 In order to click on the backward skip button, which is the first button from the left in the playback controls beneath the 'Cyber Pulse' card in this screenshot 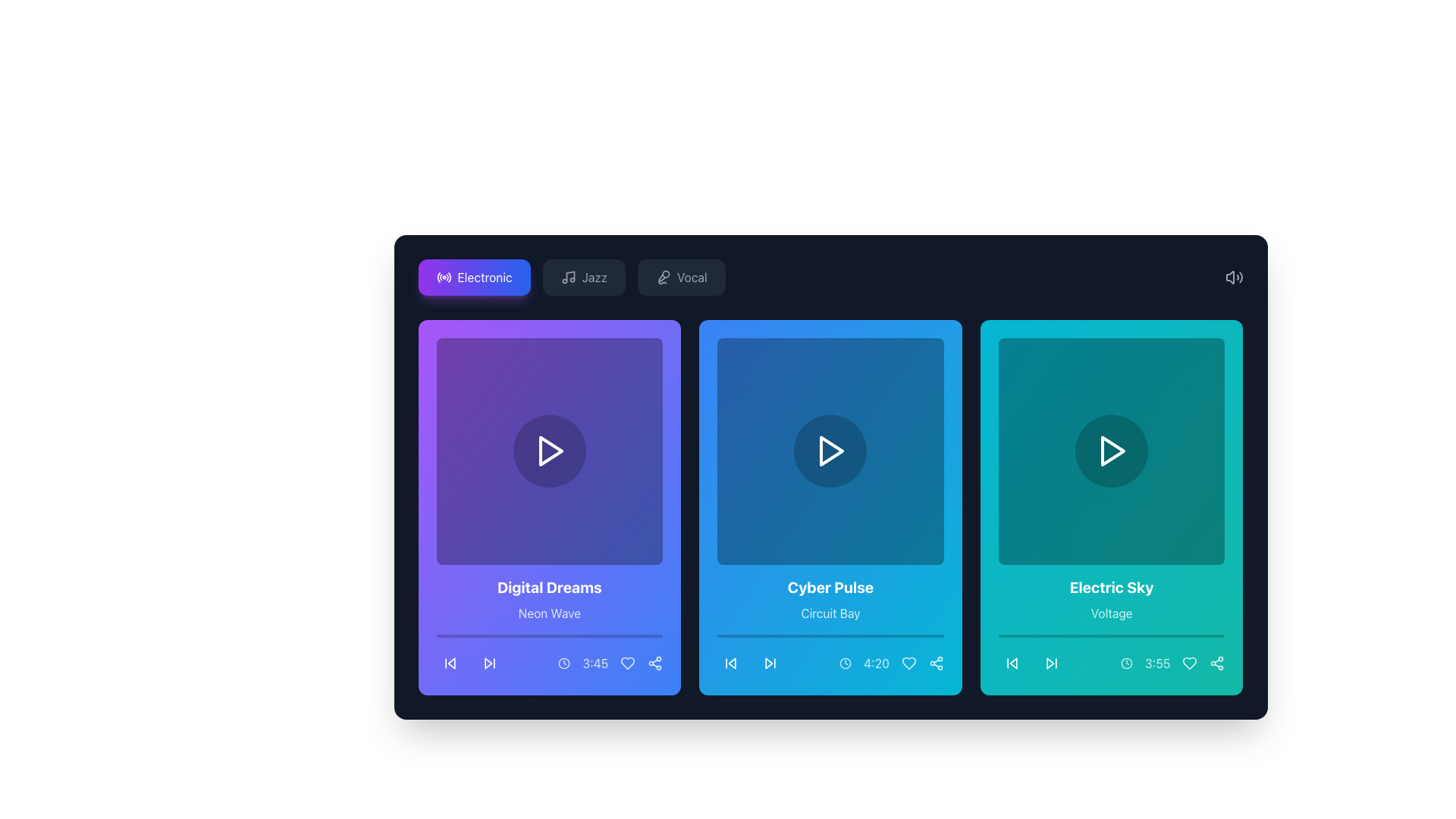, I will do `click(731, 662)`.